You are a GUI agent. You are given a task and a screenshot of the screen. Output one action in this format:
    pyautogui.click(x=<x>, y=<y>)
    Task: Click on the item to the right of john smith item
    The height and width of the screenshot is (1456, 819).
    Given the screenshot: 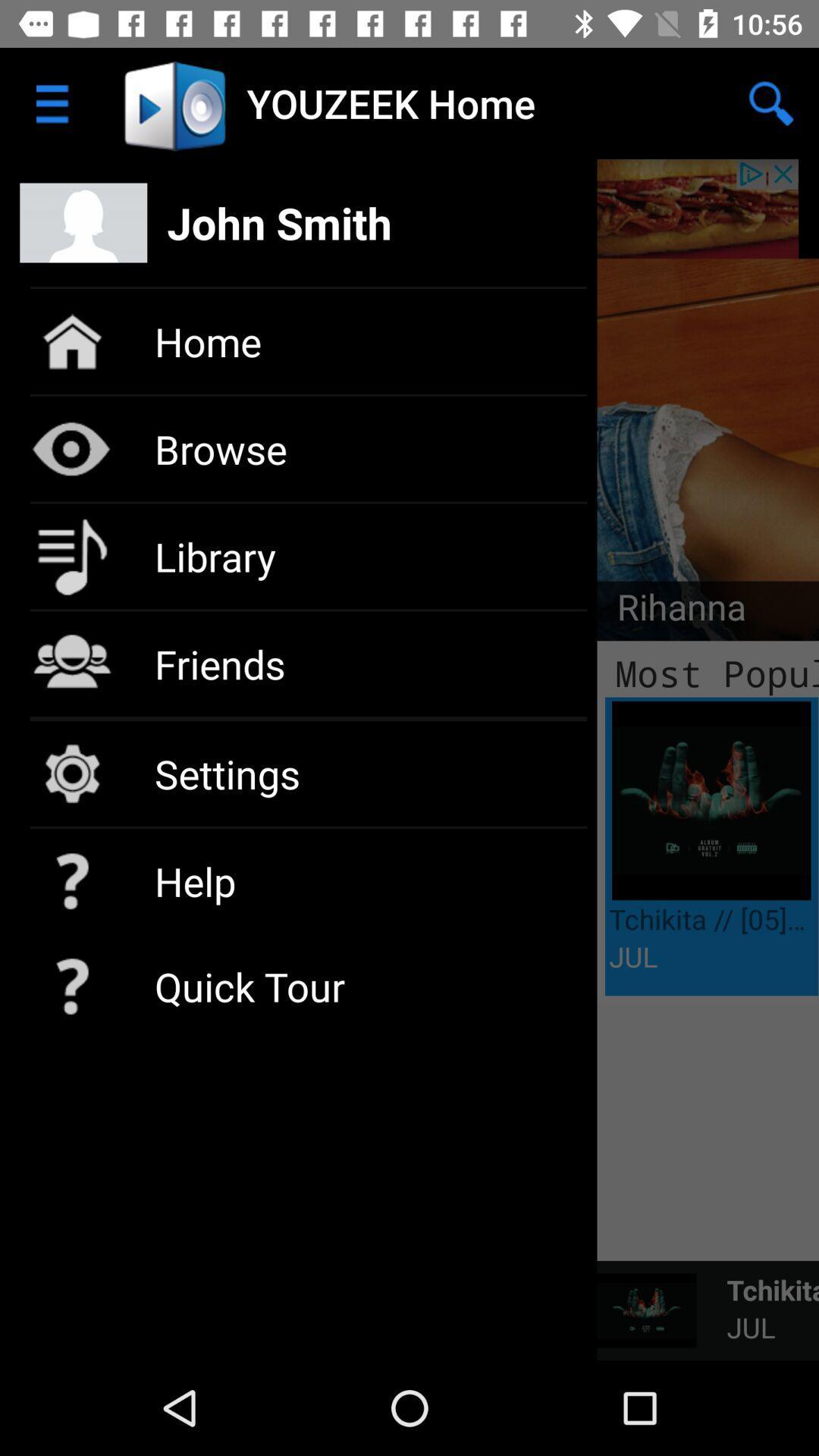 What is the action you would take?
    pyautogui.click(x=771, y=102)
    